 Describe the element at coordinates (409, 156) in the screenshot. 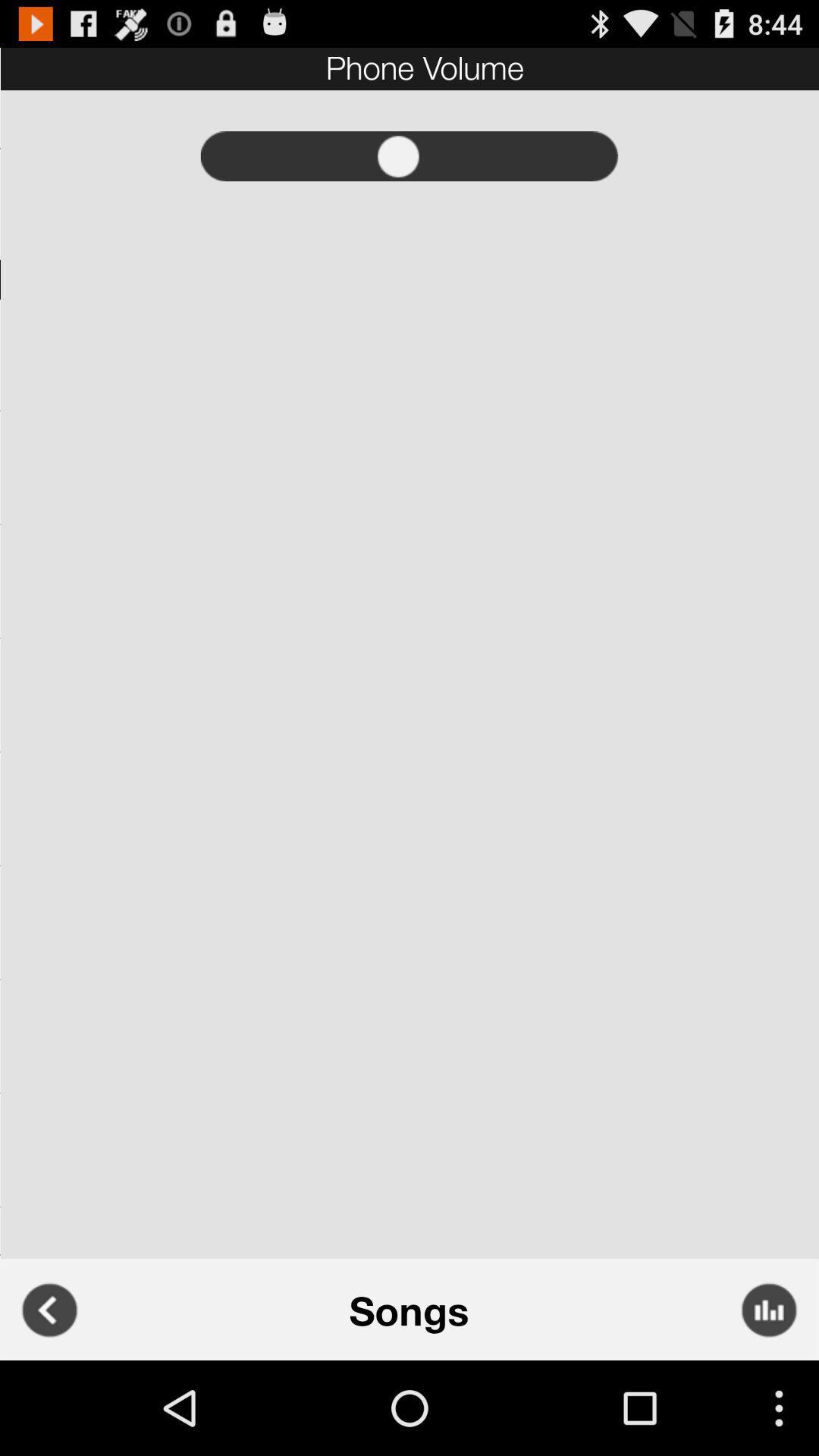

I see `record option` at that location.